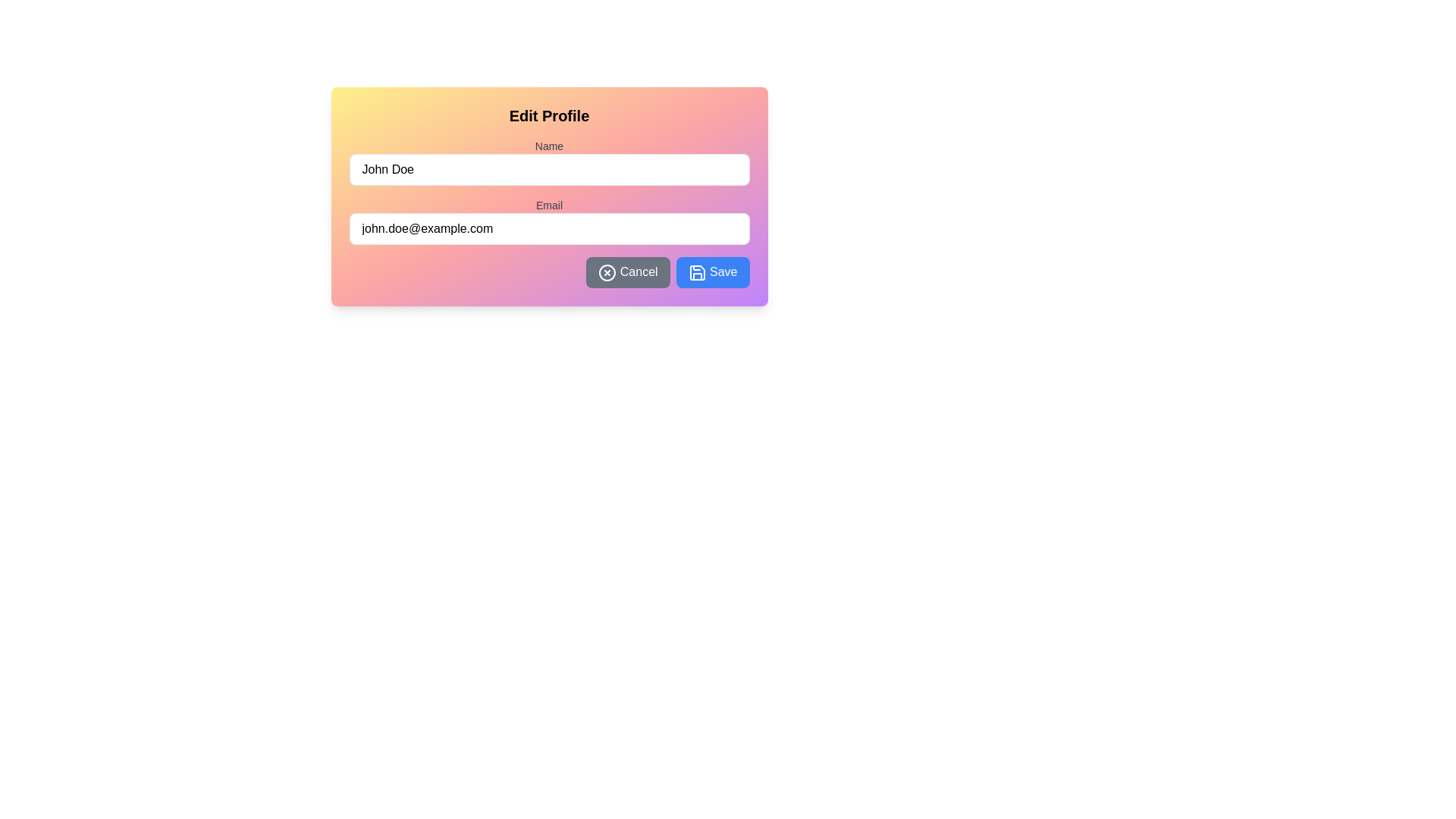  I want to click on the circular icon with a red cross on a gray background, so click(607, 271).